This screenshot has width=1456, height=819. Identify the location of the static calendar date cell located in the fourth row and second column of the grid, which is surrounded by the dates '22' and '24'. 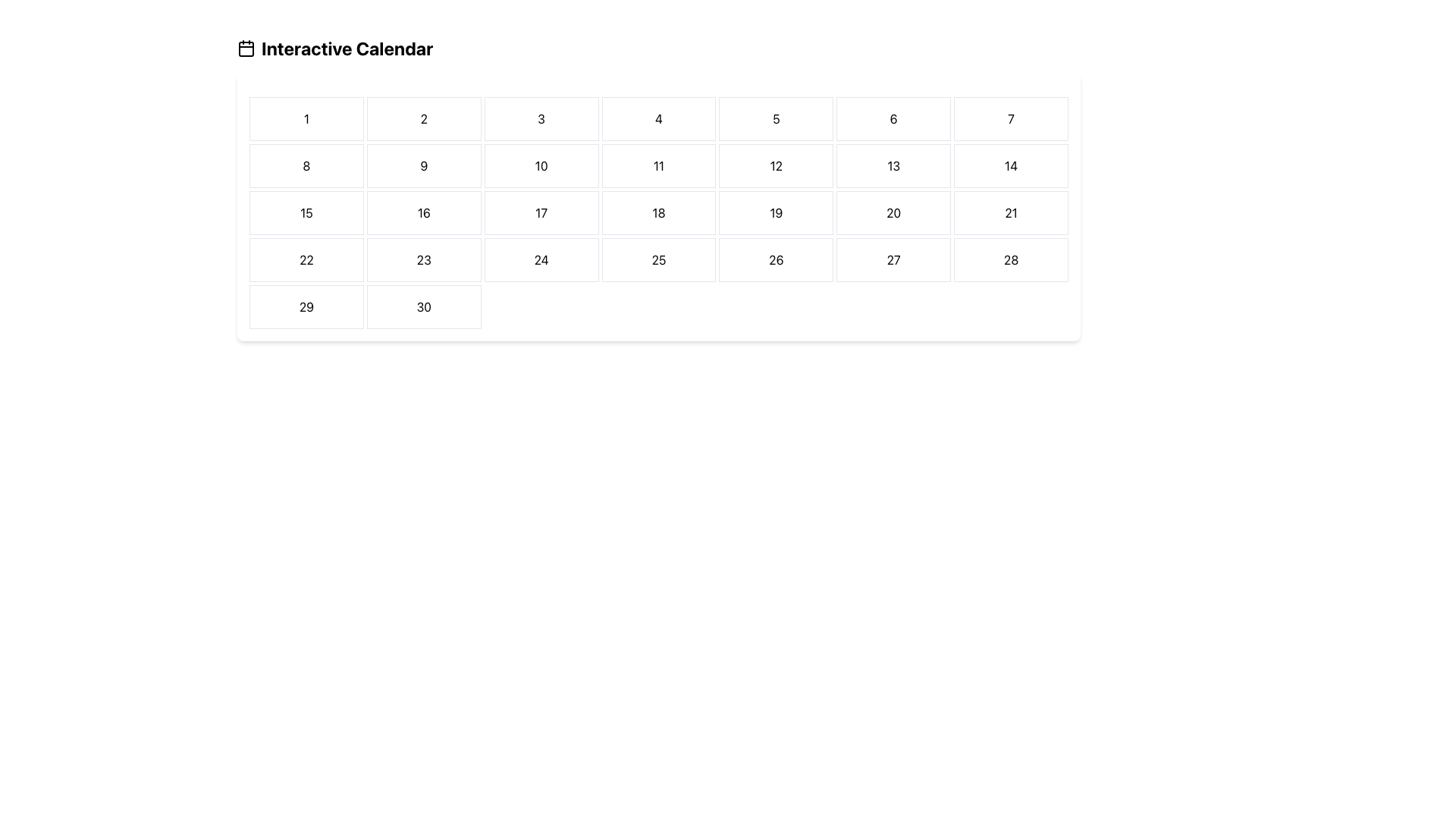
(424, 259).